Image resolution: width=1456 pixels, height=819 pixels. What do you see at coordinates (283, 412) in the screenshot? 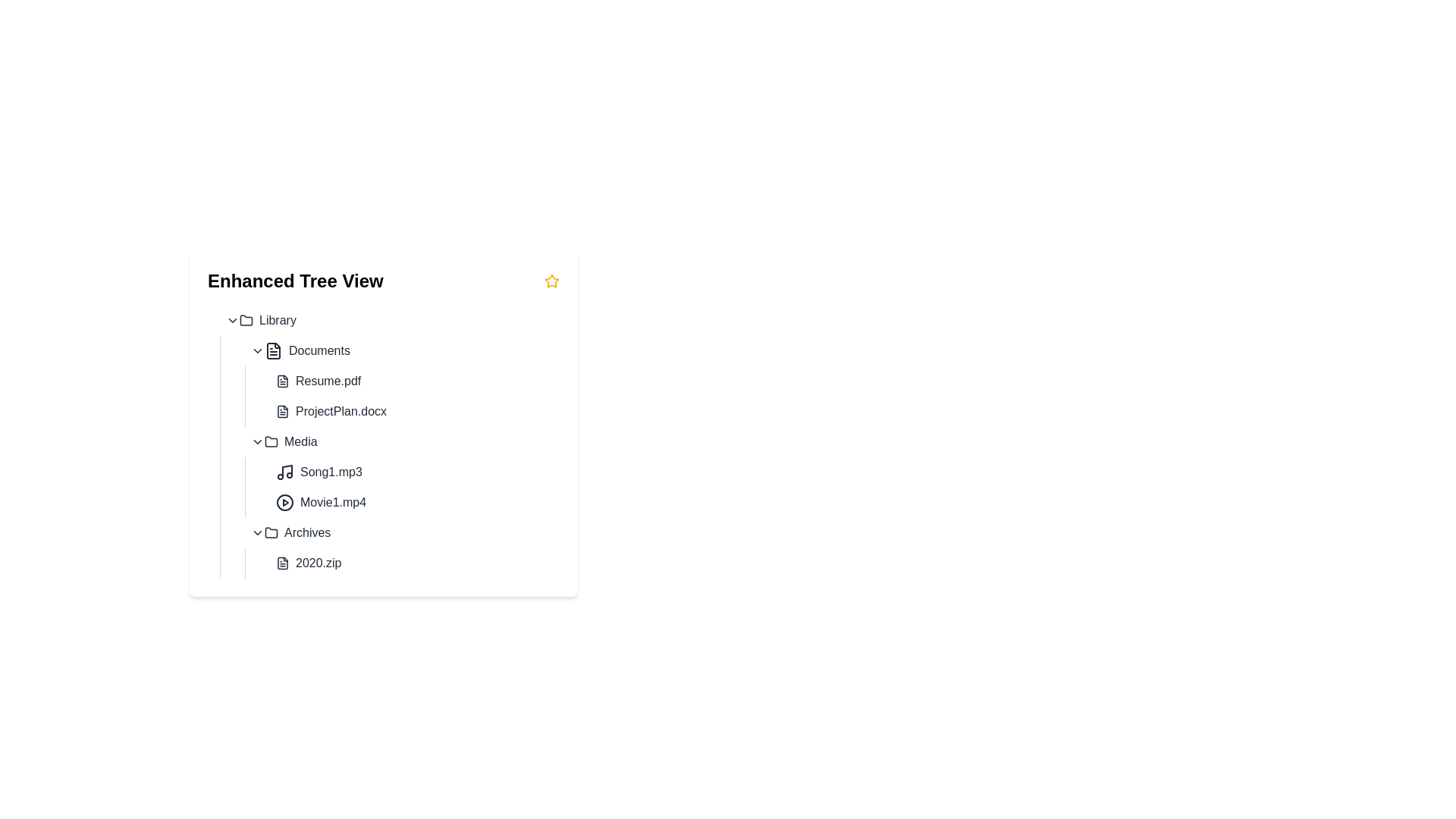
I see `the document file icon representing 'ProjectPlan.docx' in the 'Documents' section of the tree view interface` at bounding box center [283, 412].